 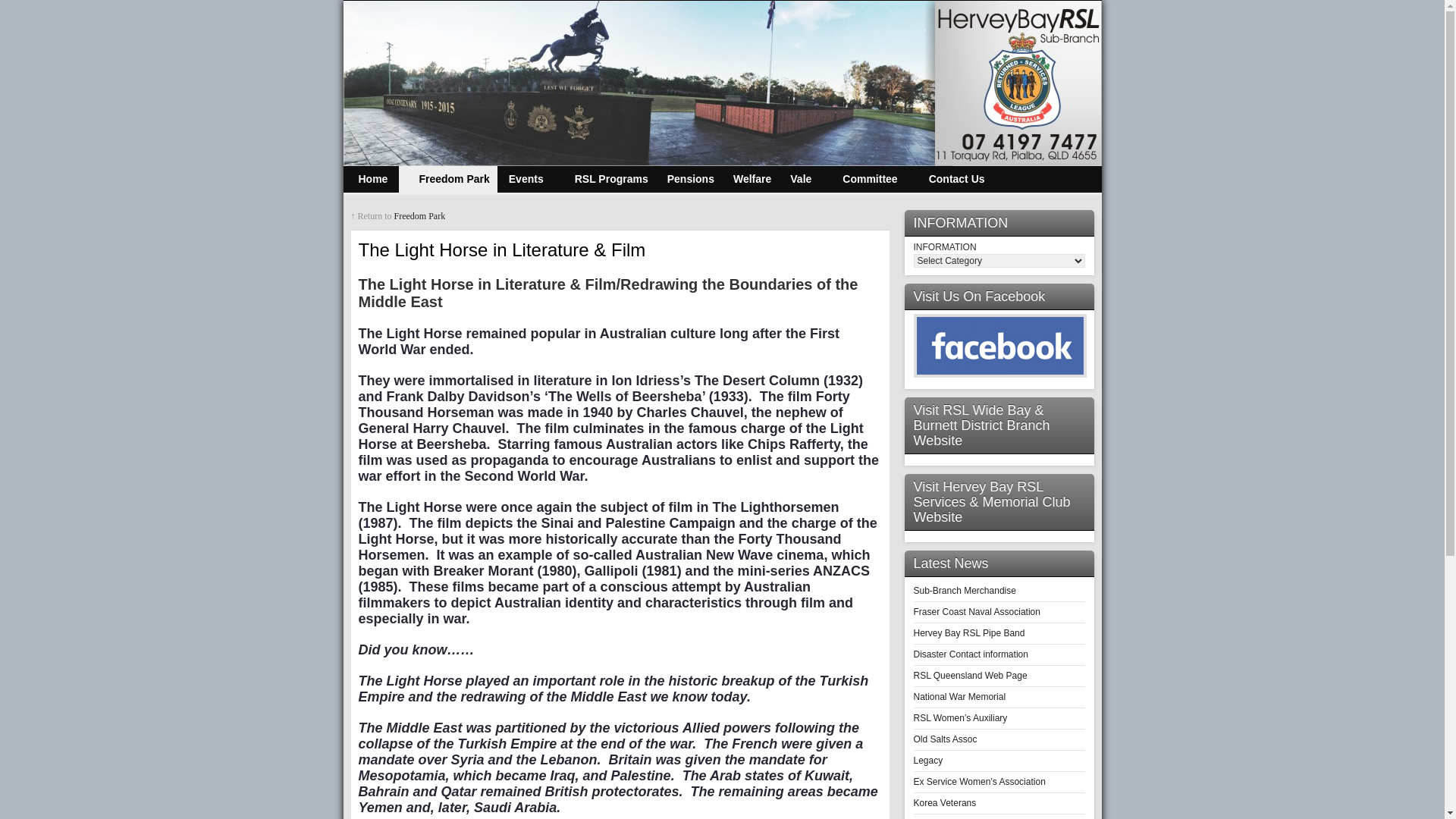 What do you see at coordinates (969, 654) in the screenshot?
I see `'Disaster Contact information'` at bounding box center [969, 654].